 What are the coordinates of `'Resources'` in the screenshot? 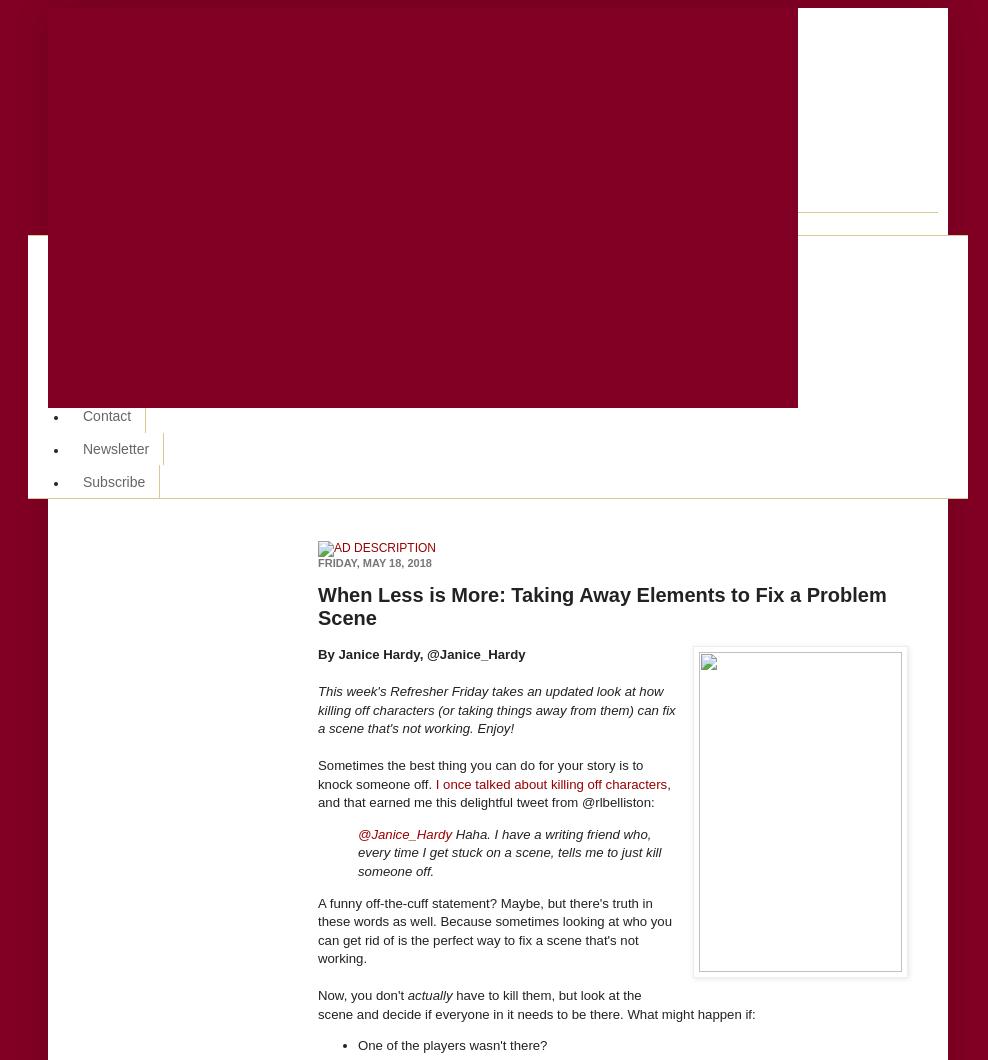 It's located at (115, 317).